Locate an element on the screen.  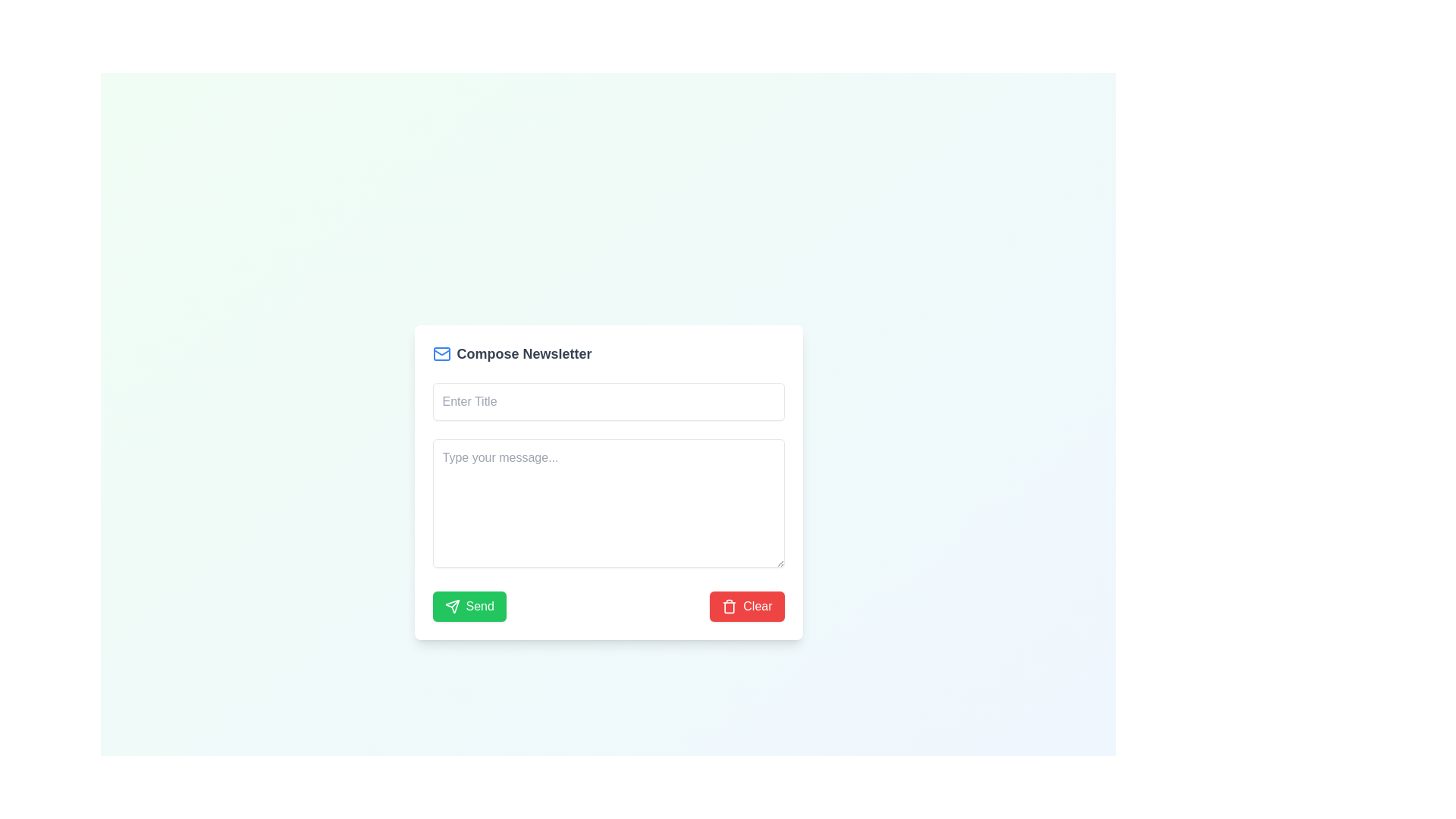
the 'Clear' button with a flat red background and white text is located at coordinates (747, 605).